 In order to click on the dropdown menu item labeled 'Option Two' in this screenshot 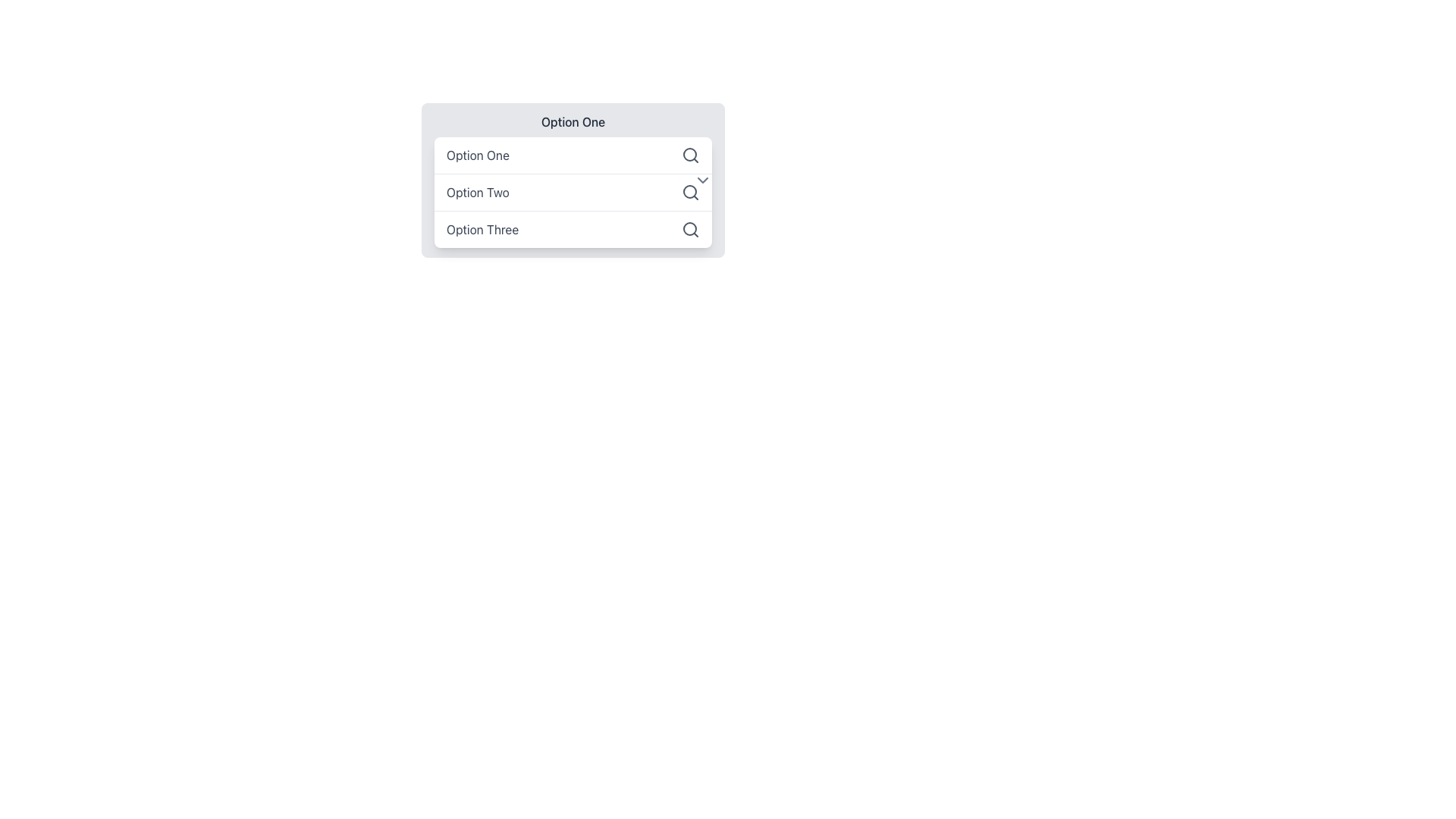, I will do `click(572, 180)`.